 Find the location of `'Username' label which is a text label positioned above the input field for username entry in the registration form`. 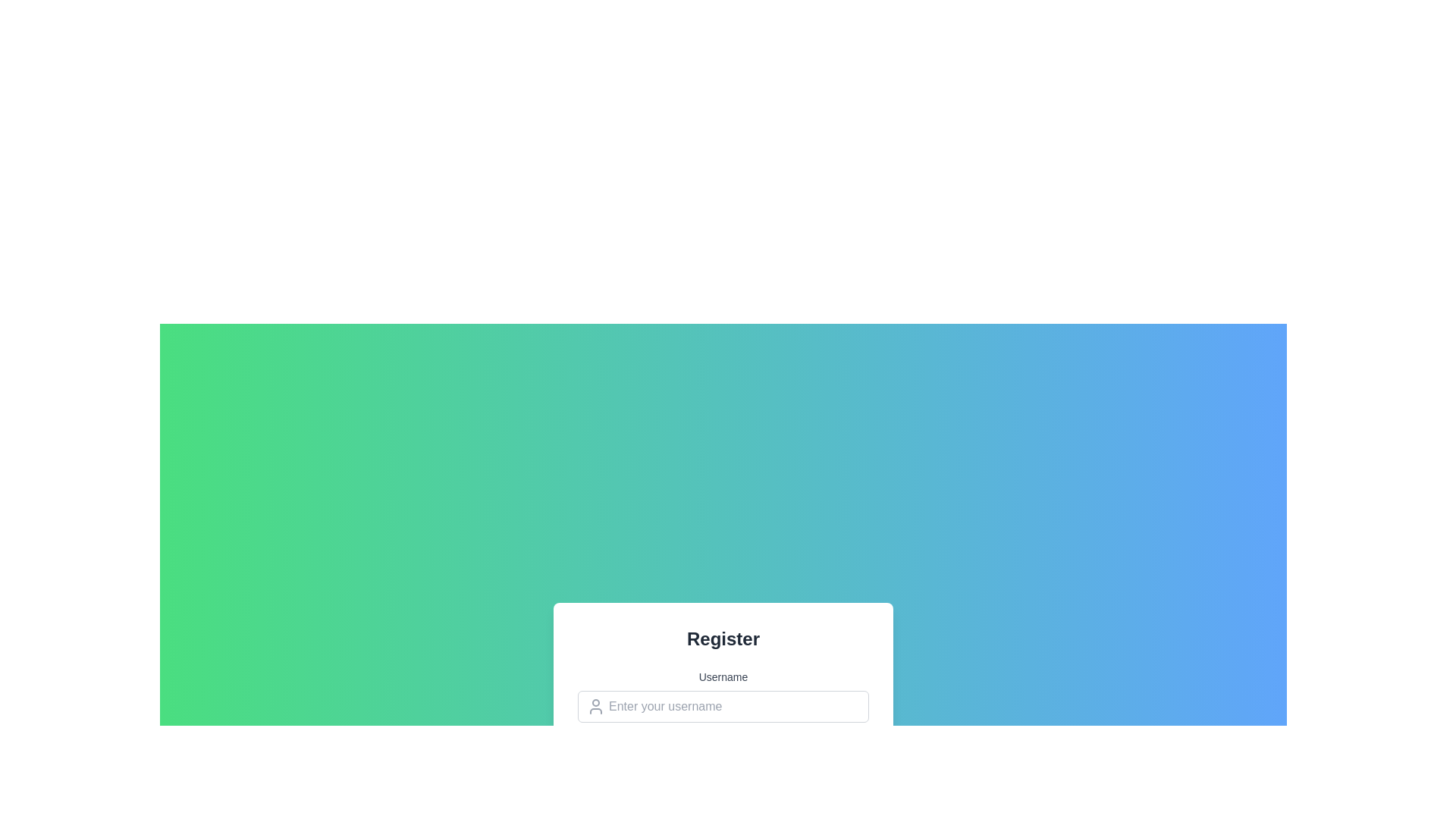

'Username' label which is a text label positioned above the input field for username entry in the registration form is located at coordinates (723, 676).